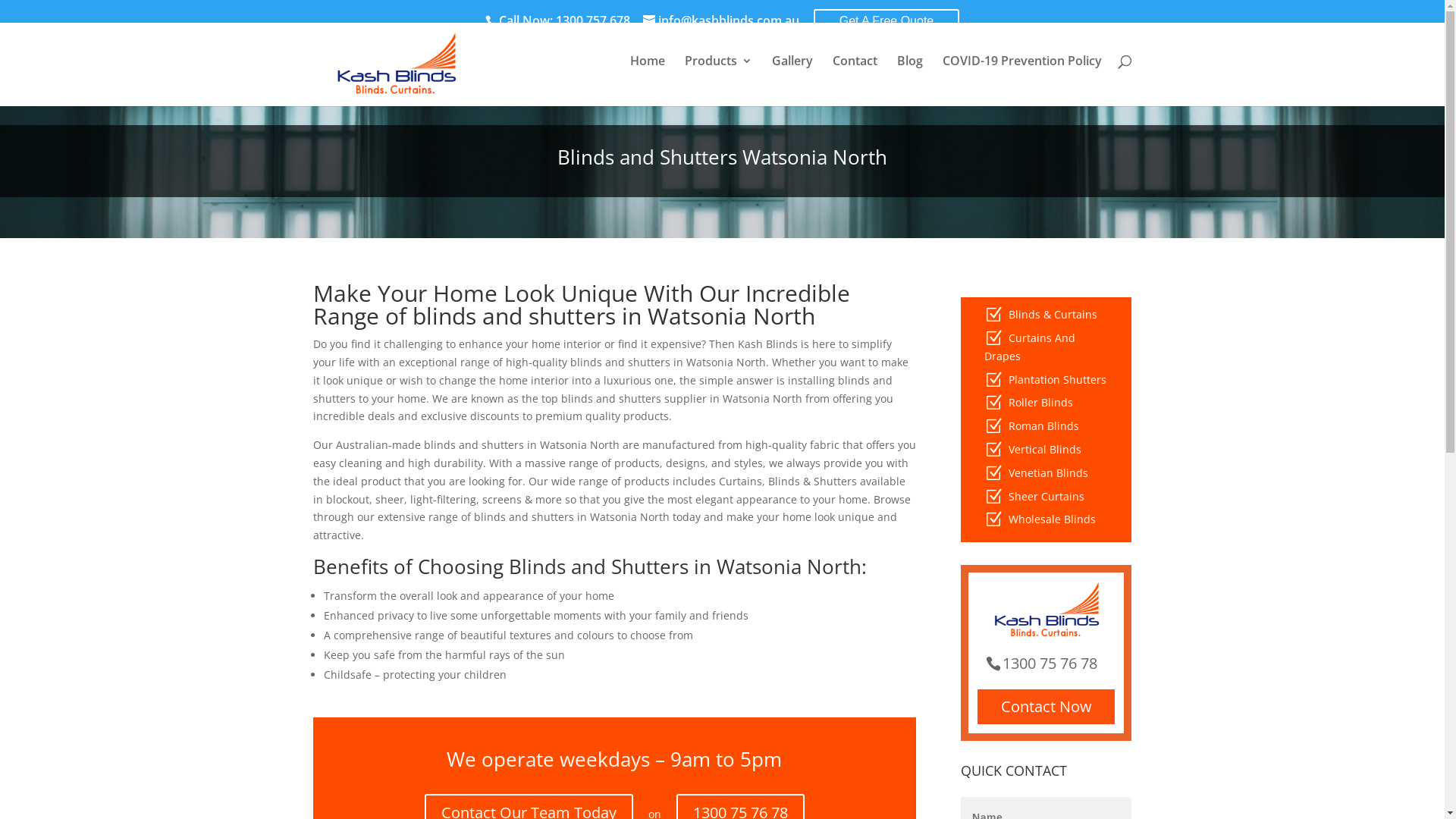 The image size is (1456, 819). I want to click on 'Vertical Blinds', so click(1043, 448).